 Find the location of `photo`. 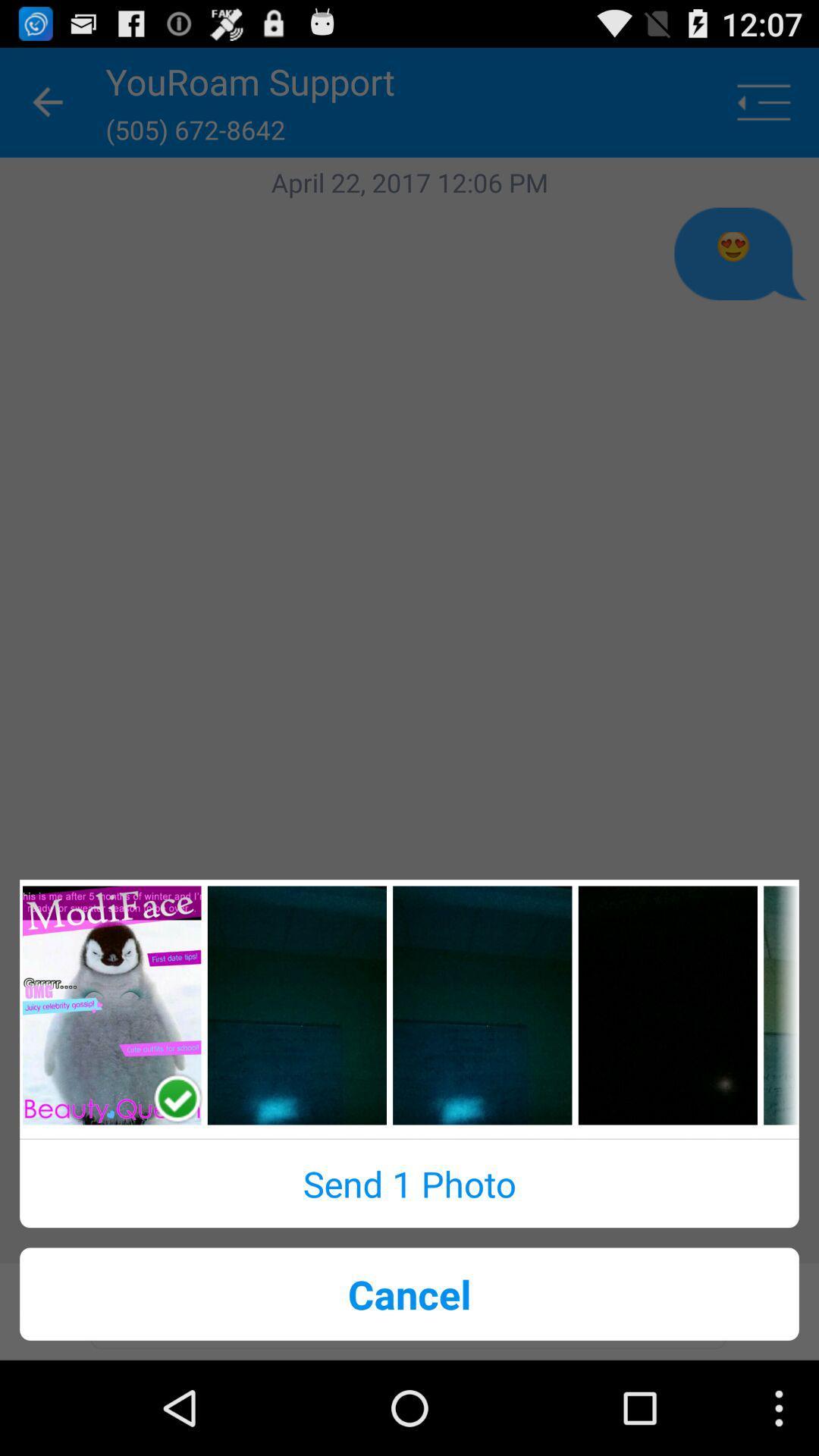

photo is located at coordinates (297, 1005).